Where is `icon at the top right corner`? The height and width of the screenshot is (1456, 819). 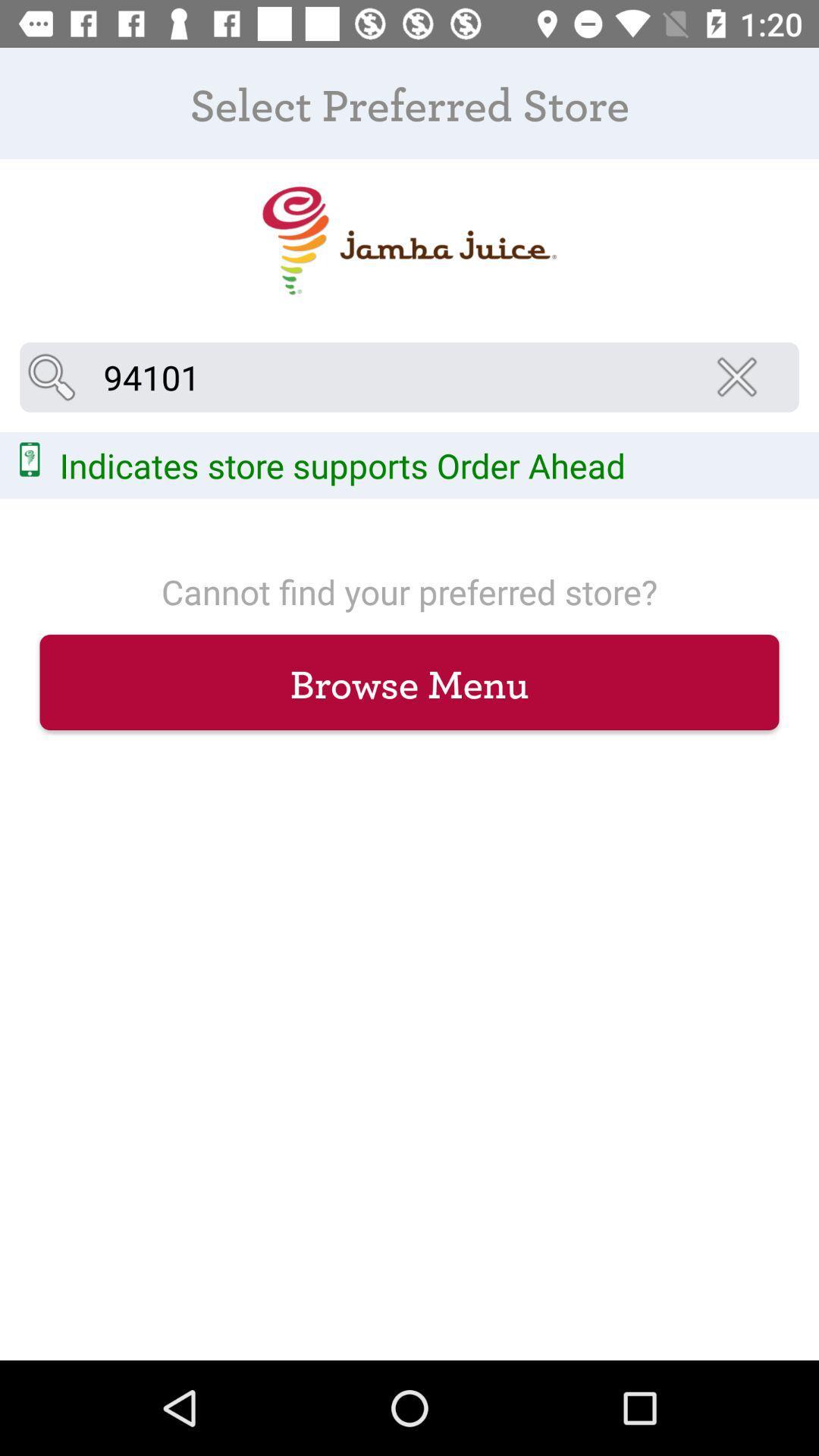
icon at the top right corner is located at coordinates (741, 377).